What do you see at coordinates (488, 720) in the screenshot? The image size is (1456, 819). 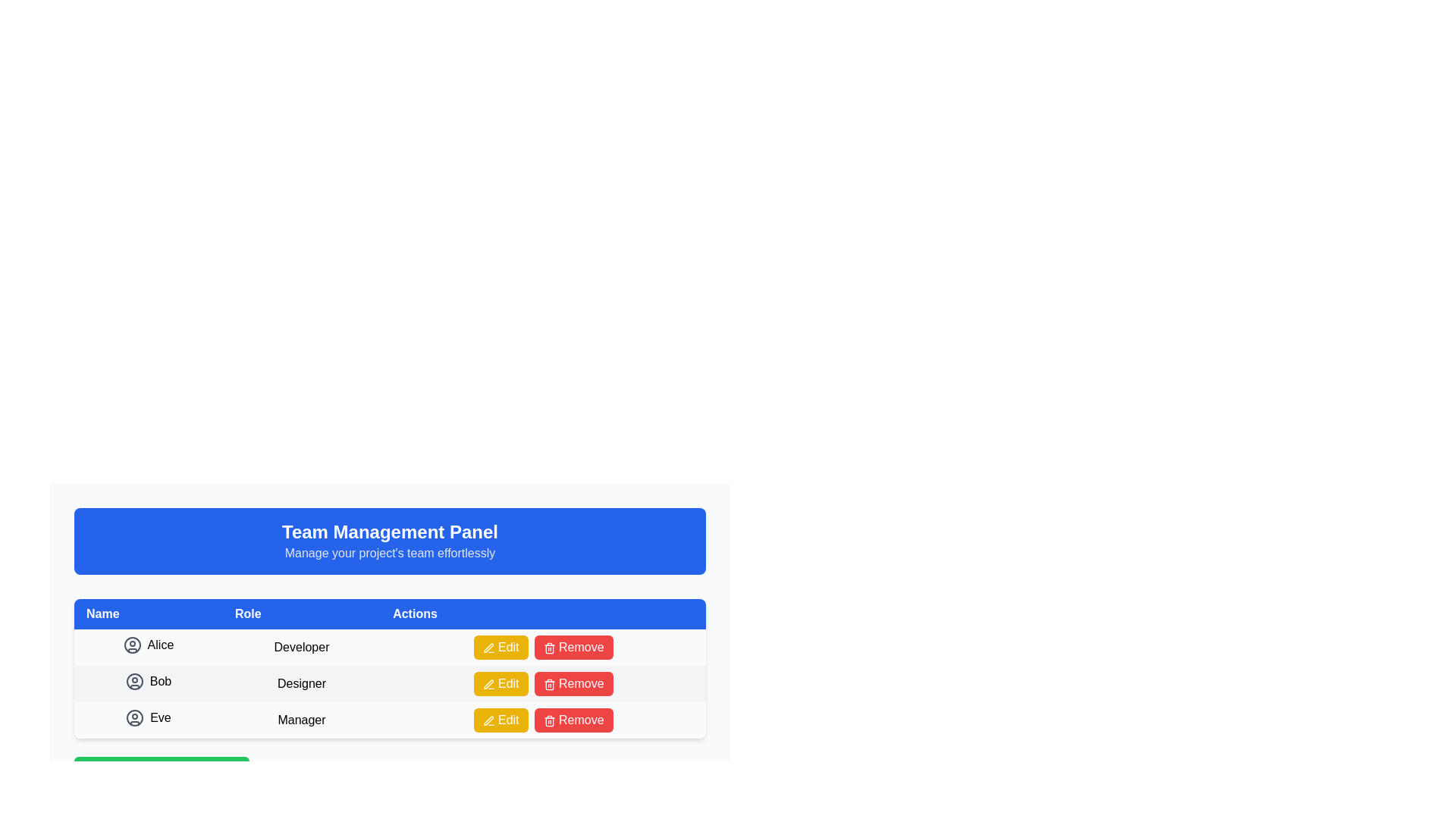 I see `the Edit icon located in the Actions column of the third row in the Team Management Panel, which visually indicates the editing operation` at bounding box center [488, 720].